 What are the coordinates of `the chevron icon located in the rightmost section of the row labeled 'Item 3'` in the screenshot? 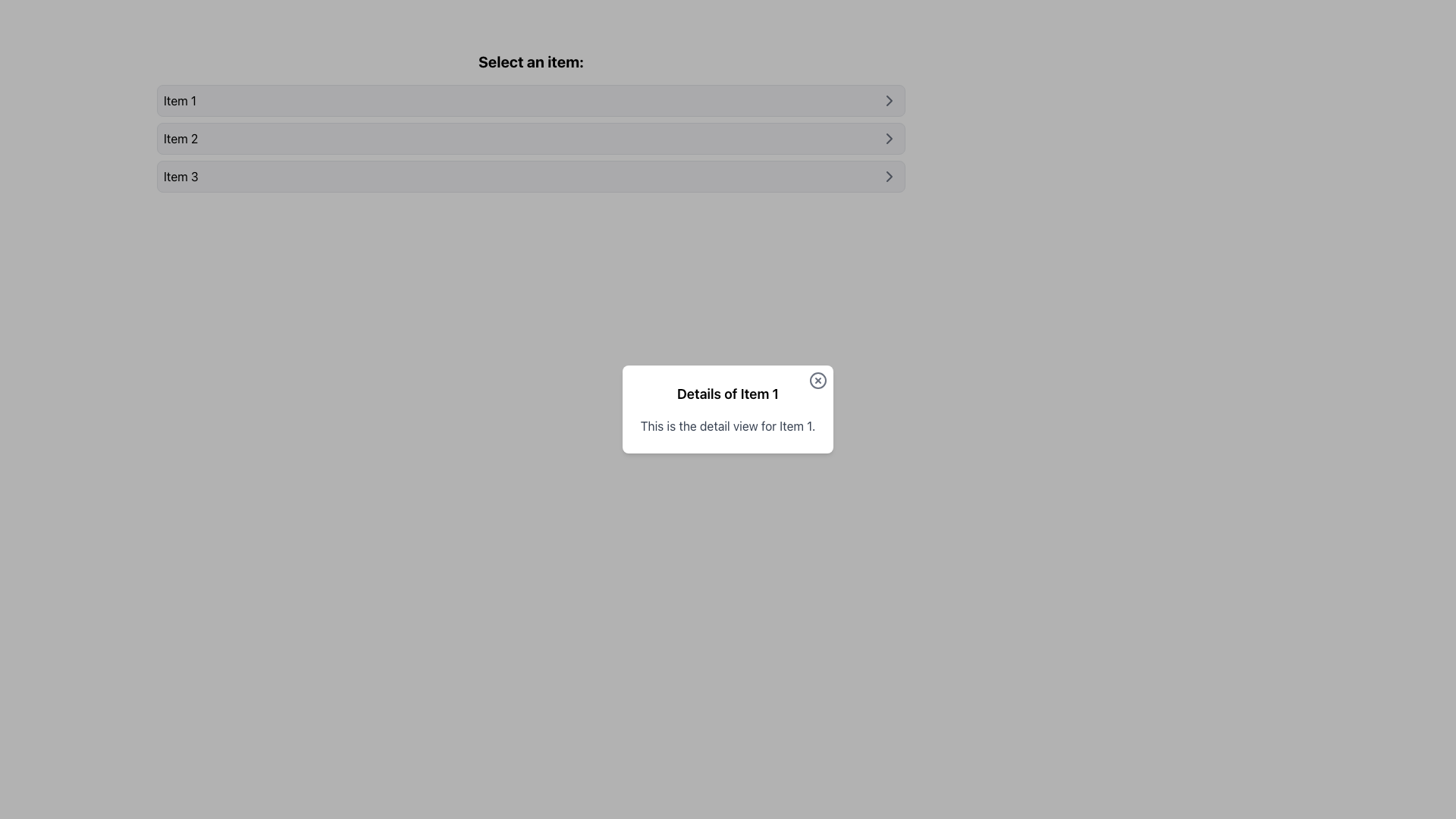 It's located at (889, 175).